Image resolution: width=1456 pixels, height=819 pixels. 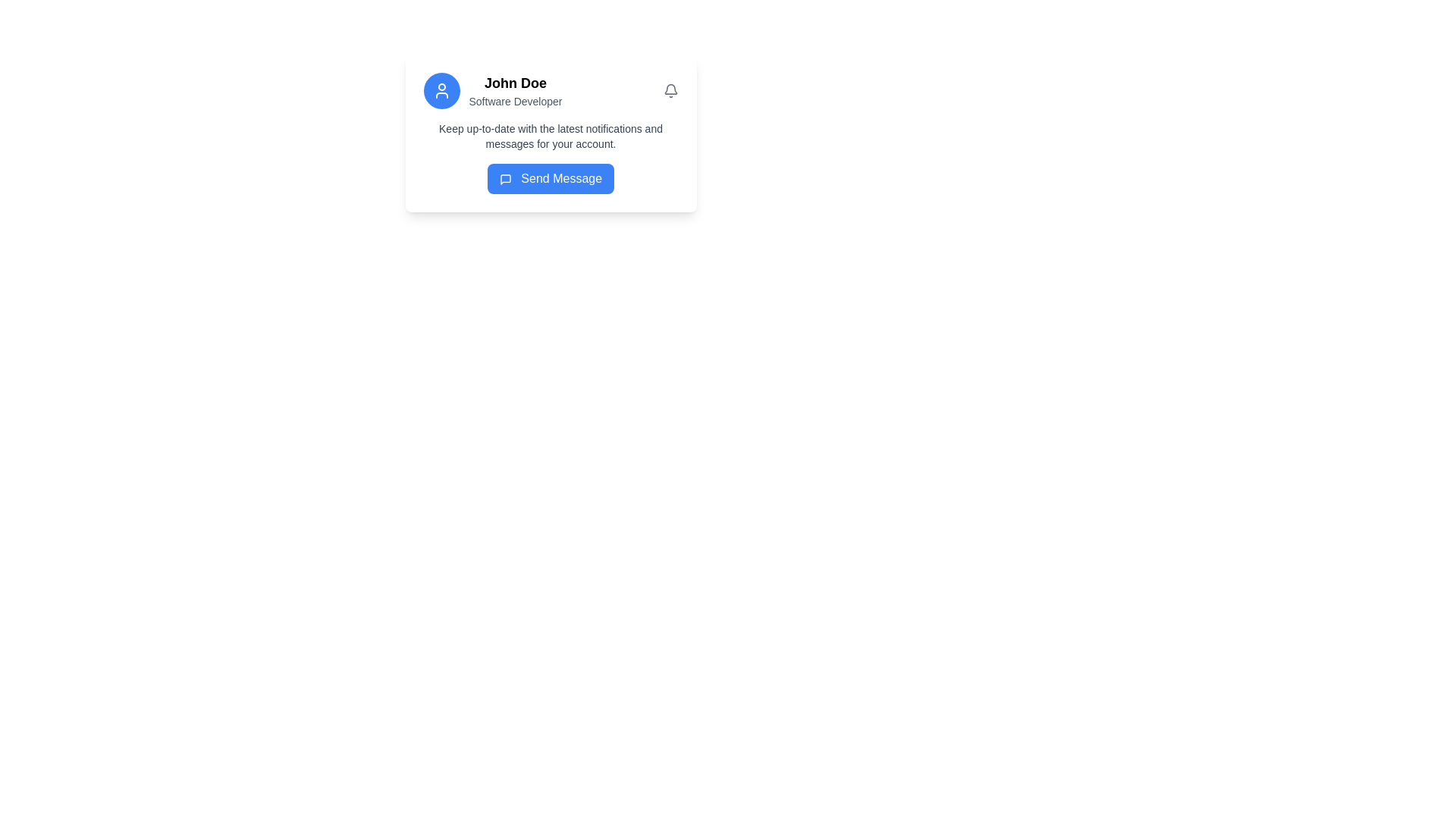 I want to click on the 'Send Message' button with a bright blue background and white text, so click(x=550, y=177).